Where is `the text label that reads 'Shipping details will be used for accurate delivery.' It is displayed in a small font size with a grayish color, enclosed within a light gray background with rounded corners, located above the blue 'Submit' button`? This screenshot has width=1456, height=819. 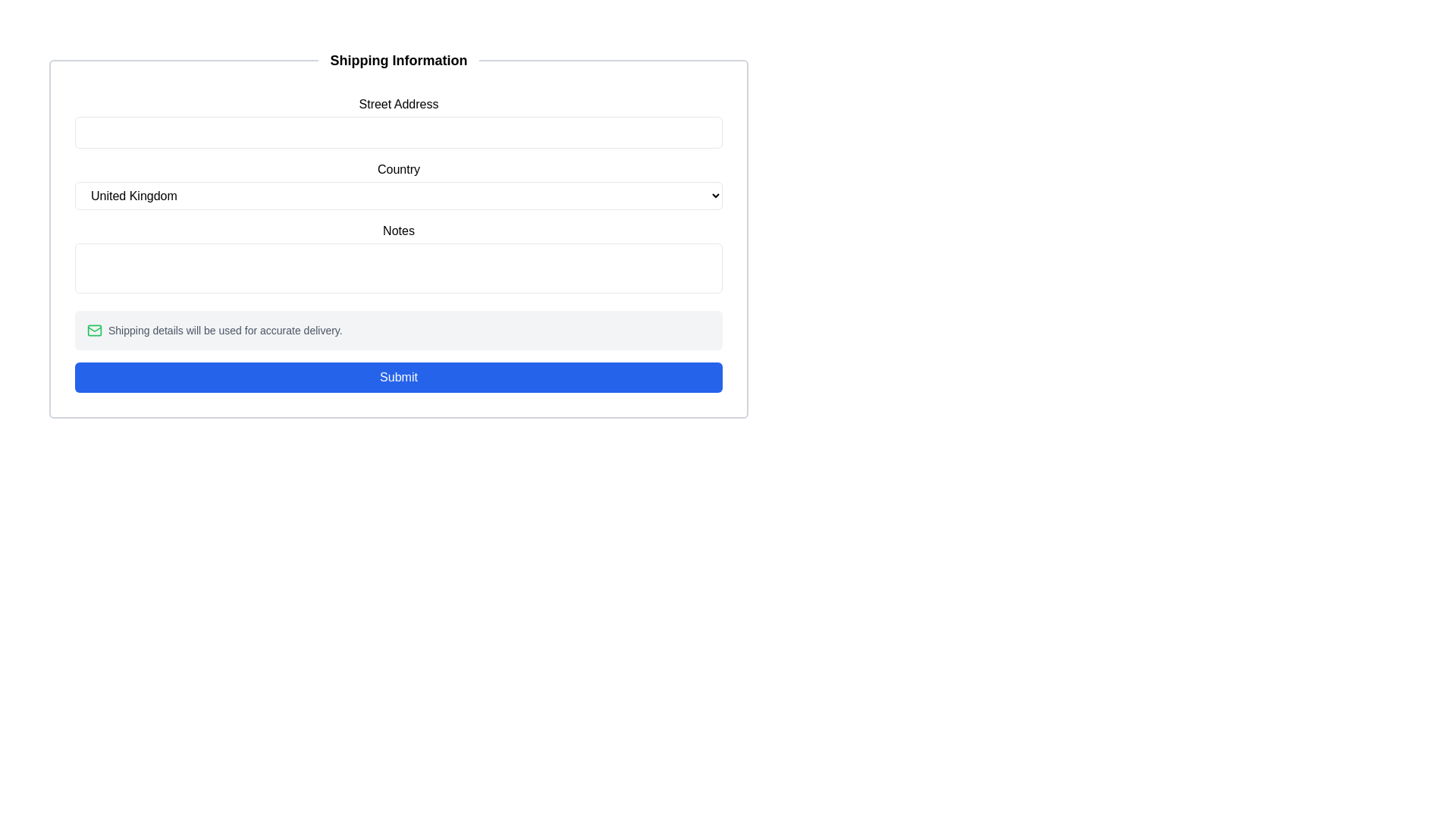
the text label that reads 'Shipping details will be used for accurate delivery.' It is displayed in a small font size with a grayish color, enclosed within a light gray background with rounded corners, located above the blue 'Submit' button is located at coordinates (224, 329).